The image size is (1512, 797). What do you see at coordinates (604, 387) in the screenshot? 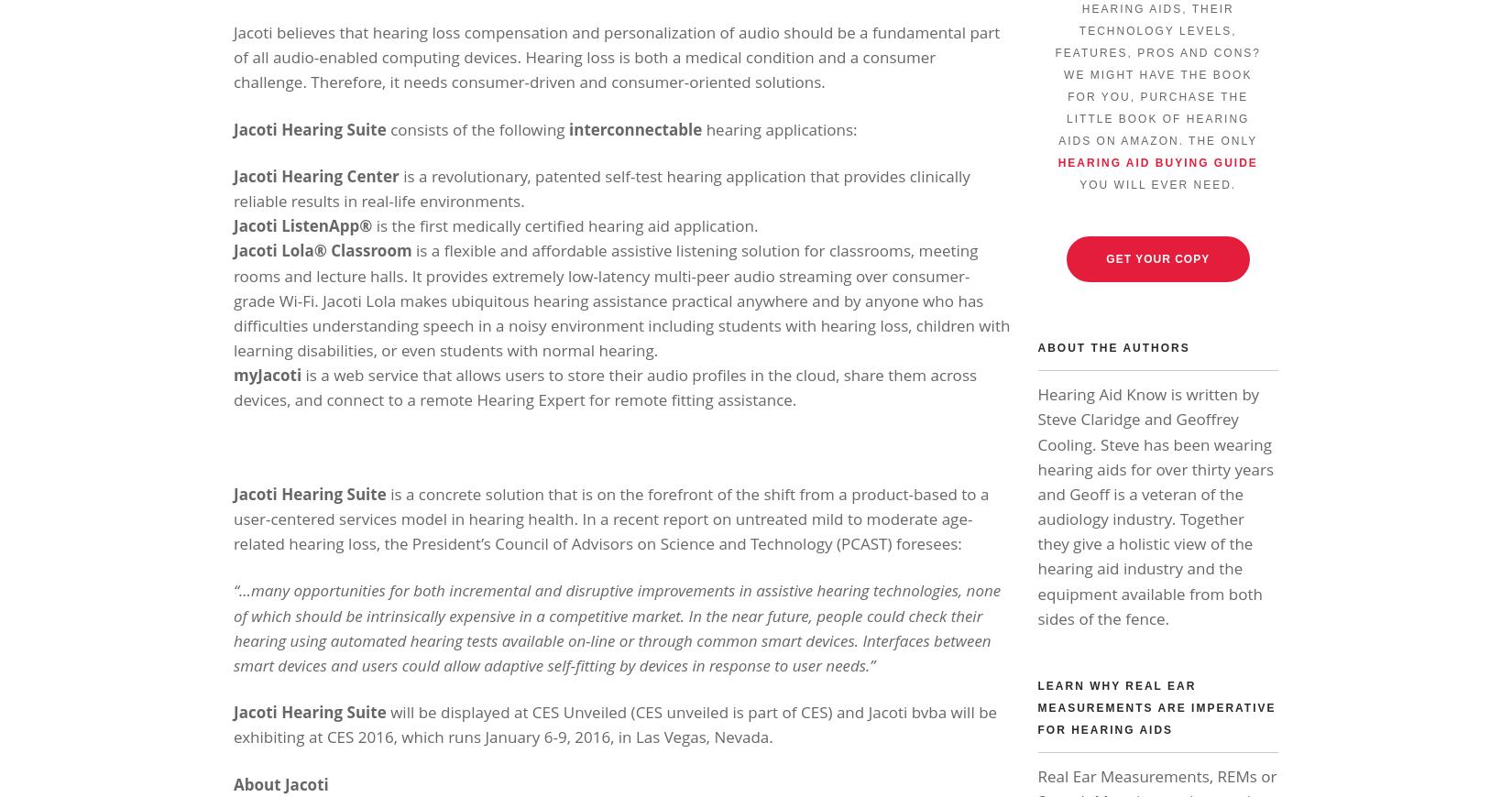
I see `'is a web service that allows users to store their audio profiles in the cloud, share them across devices, and connect to a remote Hearing Expert for remote fitting assistance.'` at bounding box center [604, 387].